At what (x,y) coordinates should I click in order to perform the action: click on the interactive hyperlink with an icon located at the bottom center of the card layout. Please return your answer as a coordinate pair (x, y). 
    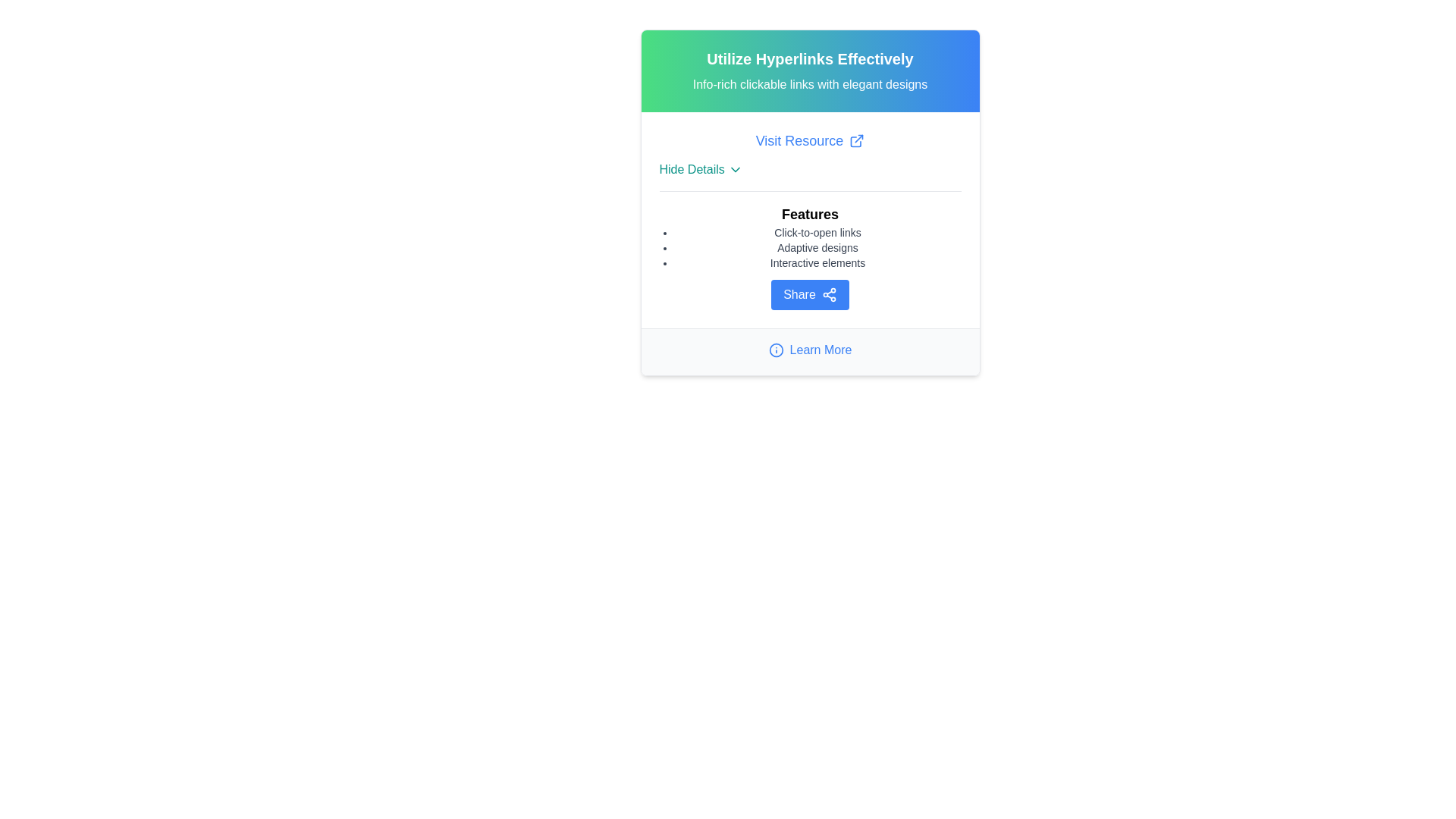
    Looking at the image, I should click on (809, 351).